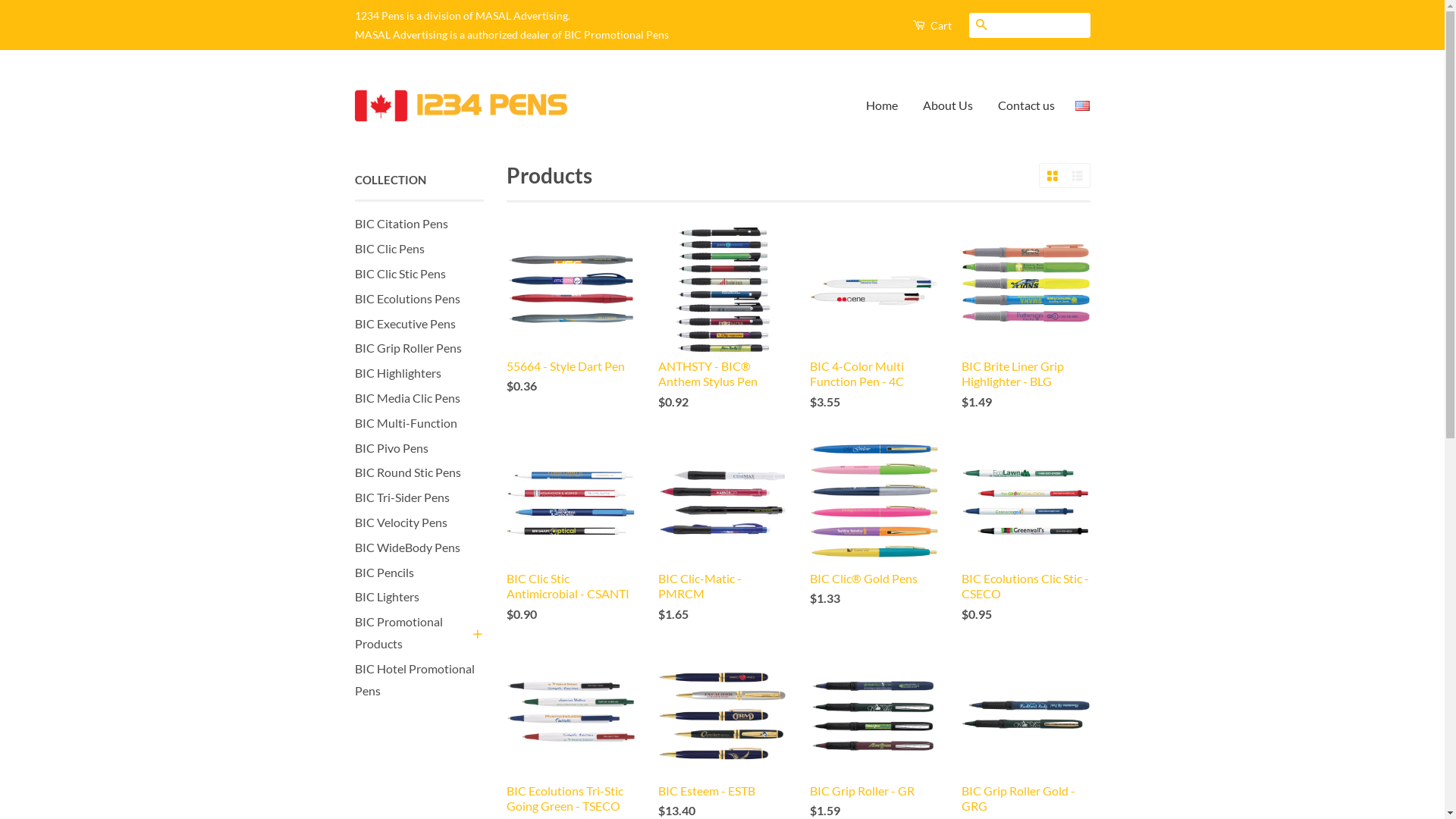  What do you see at coordinates (411, 632) in the screenshot?
I see `'BIC Promotional Products'` at bounding box center [411, 632].